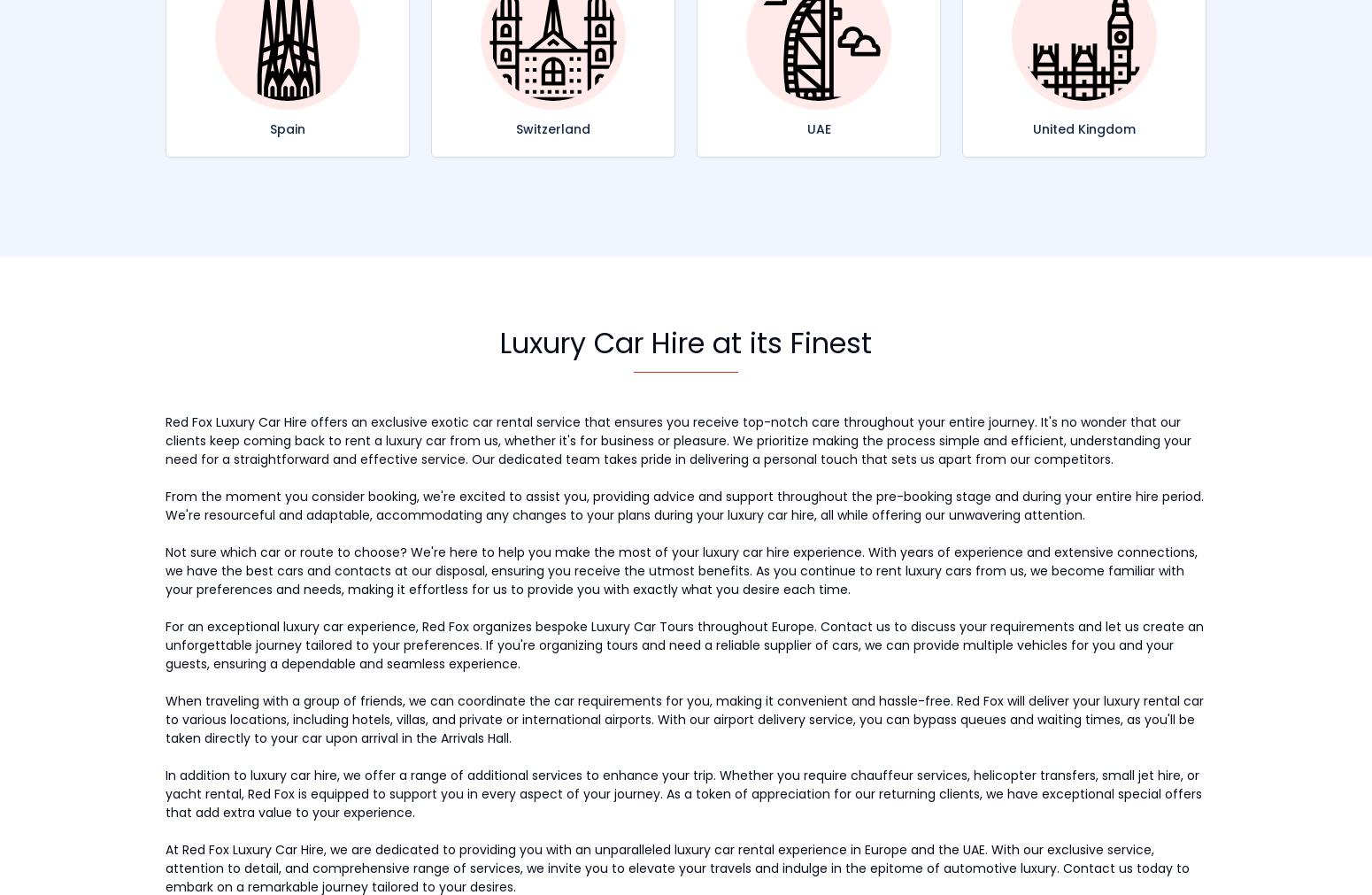 The height and width of the screenshot is (895, 1372). Describe the element at coordinates (678, 439) in the screenshot. I see `'Red Fox Luxury Car Hire offers an exclusive exotic car rental service that ensures you receive top-notch care throughout your entire journey. It's no wonder that our clients keep coming back to rent a luxury car from us, whether it's for business or pleasure. We prioritize making the process simple and efficient, understanding your need for a straightforward and effective service. Our dedicated team takes pride in delivering a personal touch that sets us apart from our competitors.'` at that location.